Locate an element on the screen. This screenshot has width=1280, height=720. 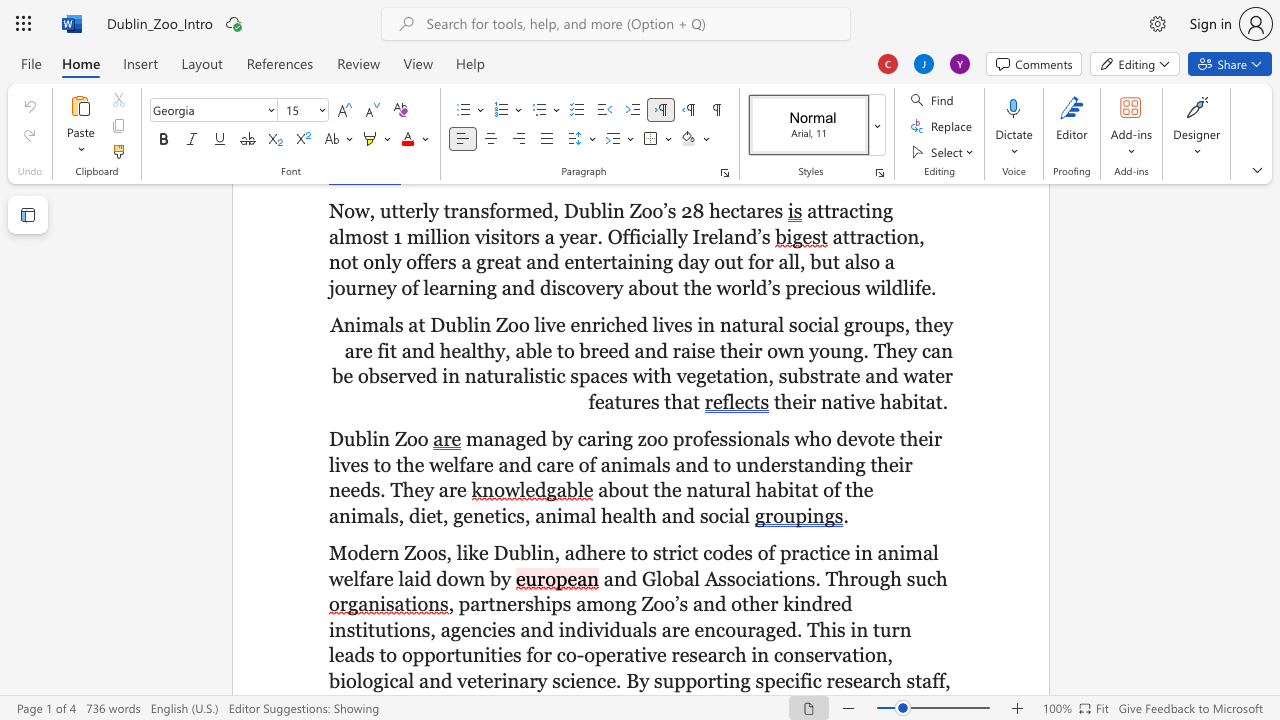
the 1th character "t" in the text is located at coordinates (497, 514).